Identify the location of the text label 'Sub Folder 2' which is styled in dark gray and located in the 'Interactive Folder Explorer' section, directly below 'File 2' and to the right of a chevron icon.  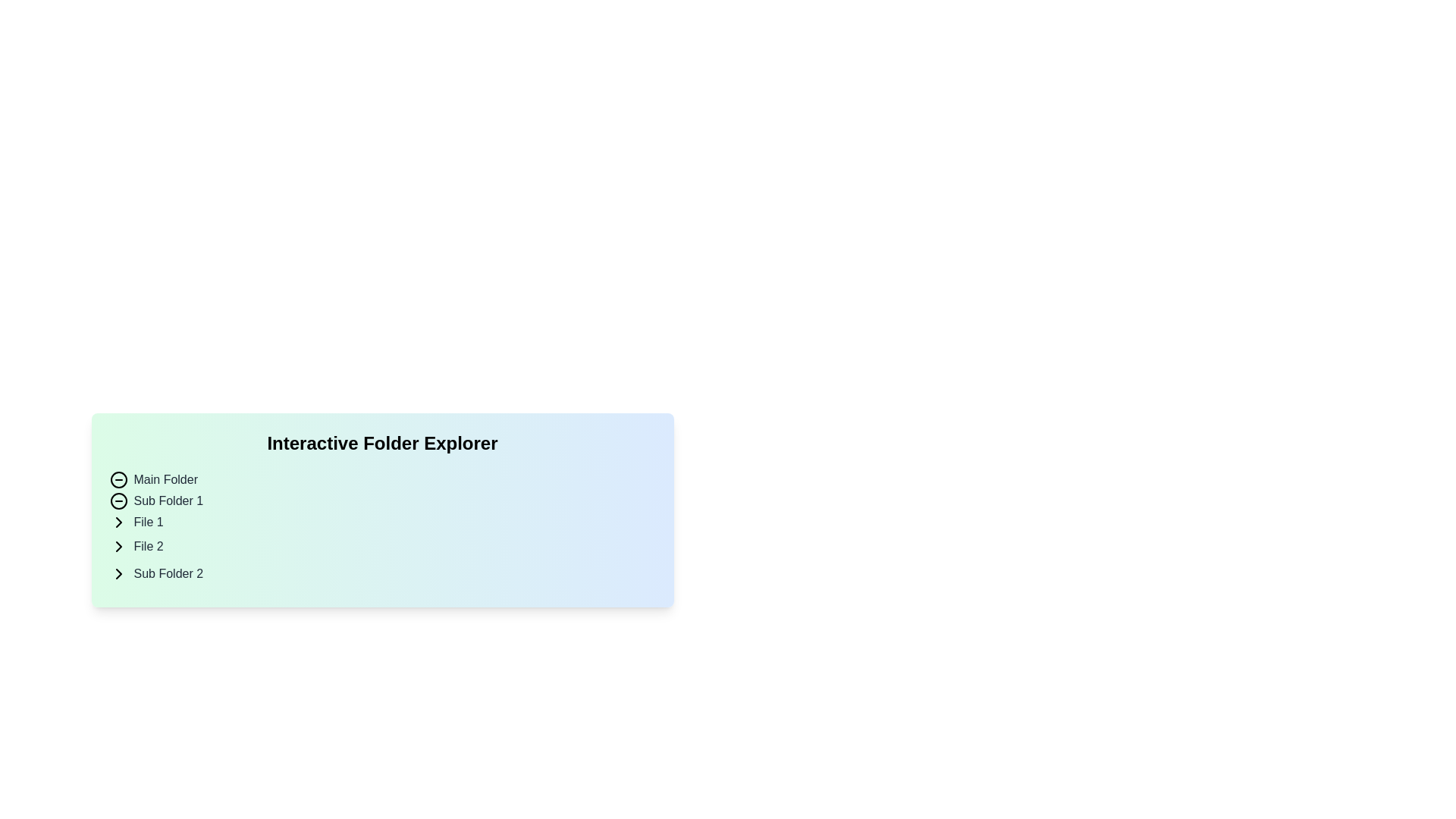
(168, 573).